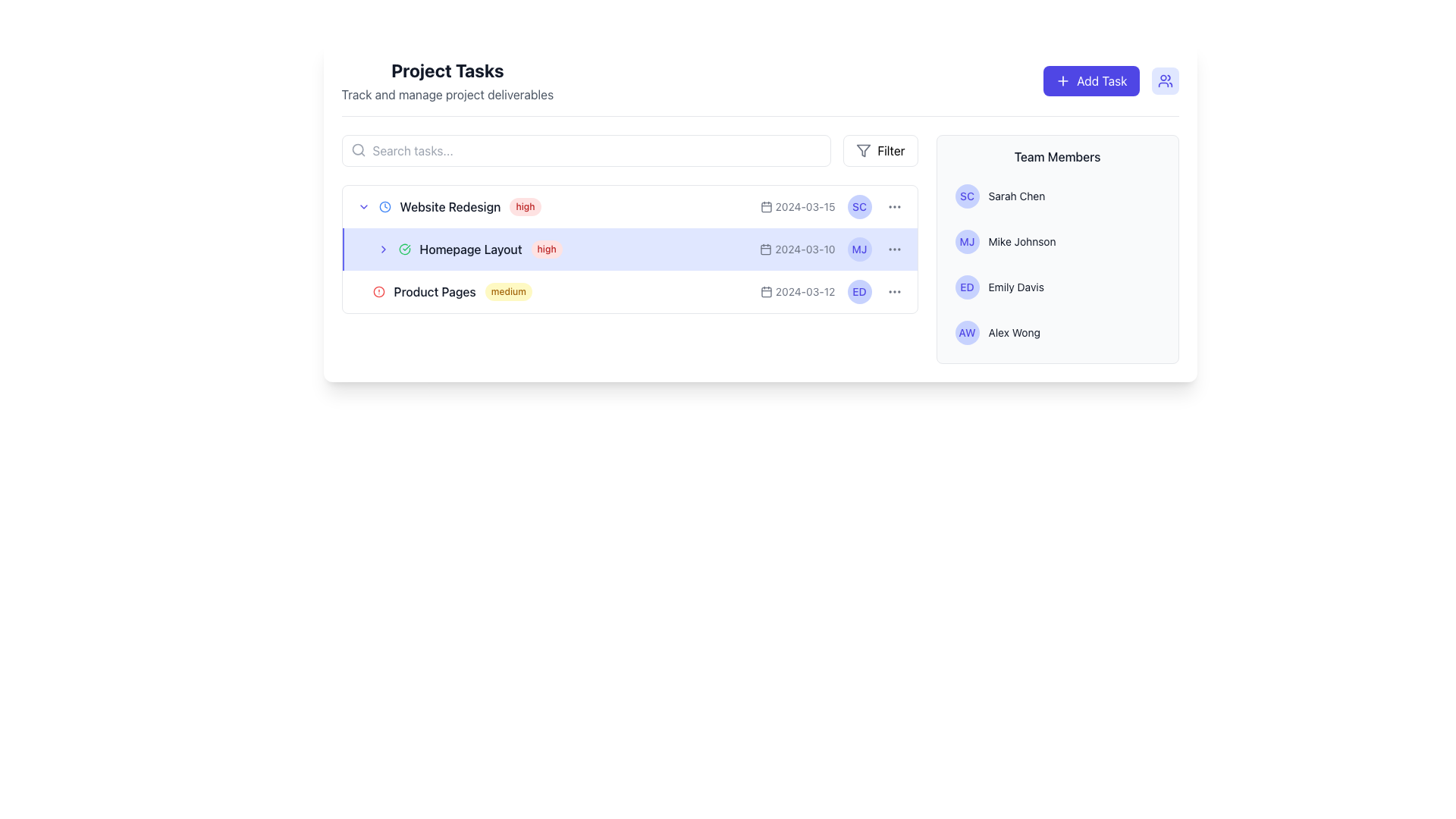 This screenshot has width=1456, height=819. Describe the element at coordinates (525, 207) in the screenshot. I see `the text badge labeled 'high' that is displayed in a light red rounded rectangle, located adjacent to 'Website Redesign' in the first task of a vertical list` at that location.